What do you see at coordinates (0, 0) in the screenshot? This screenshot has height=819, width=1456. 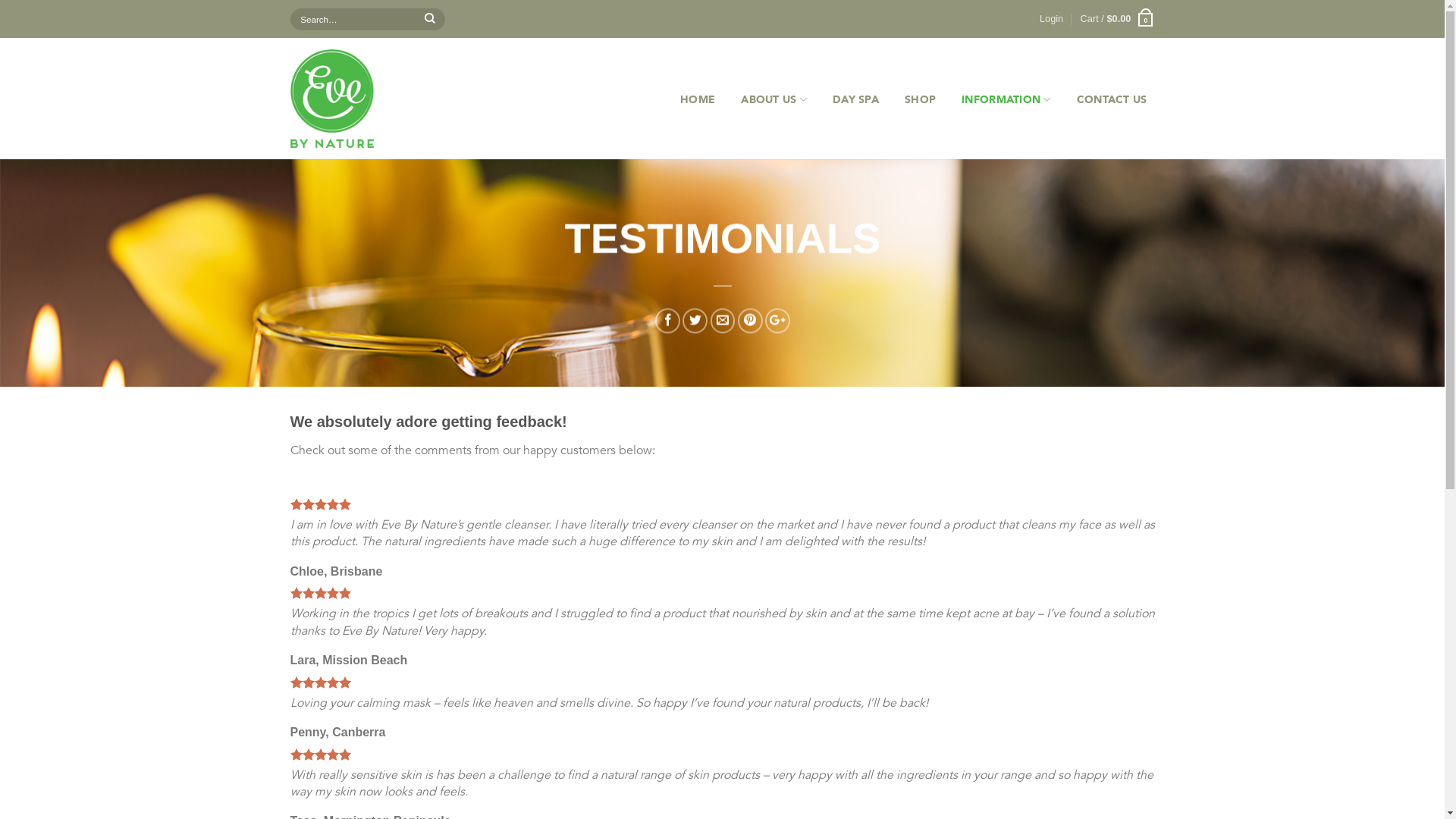 I see `'Skip to content'` at bounding box center [0, 0].